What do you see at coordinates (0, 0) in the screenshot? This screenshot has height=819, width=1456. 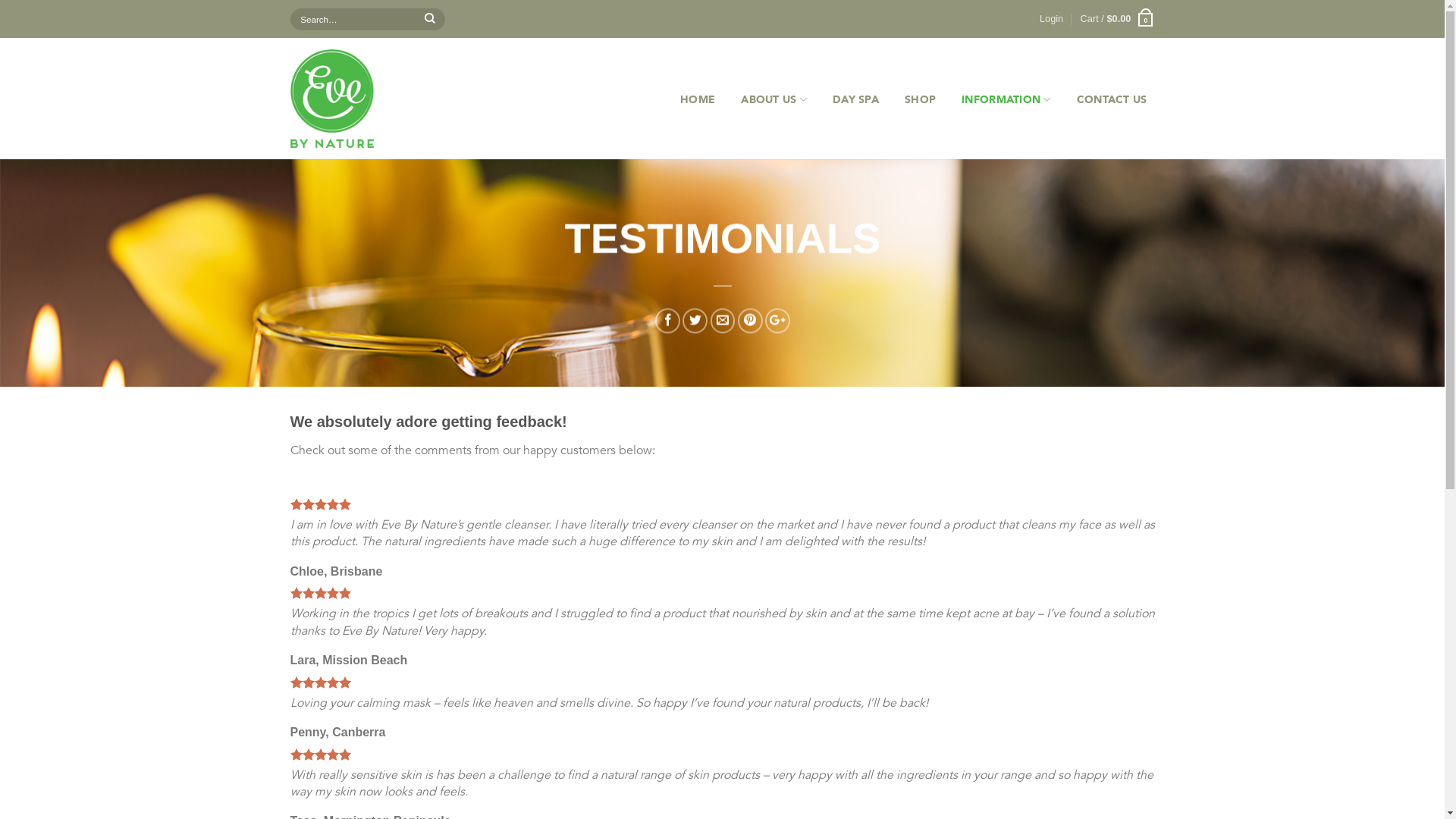 I see `'Skip to content'` at bounding box center [0, 0].